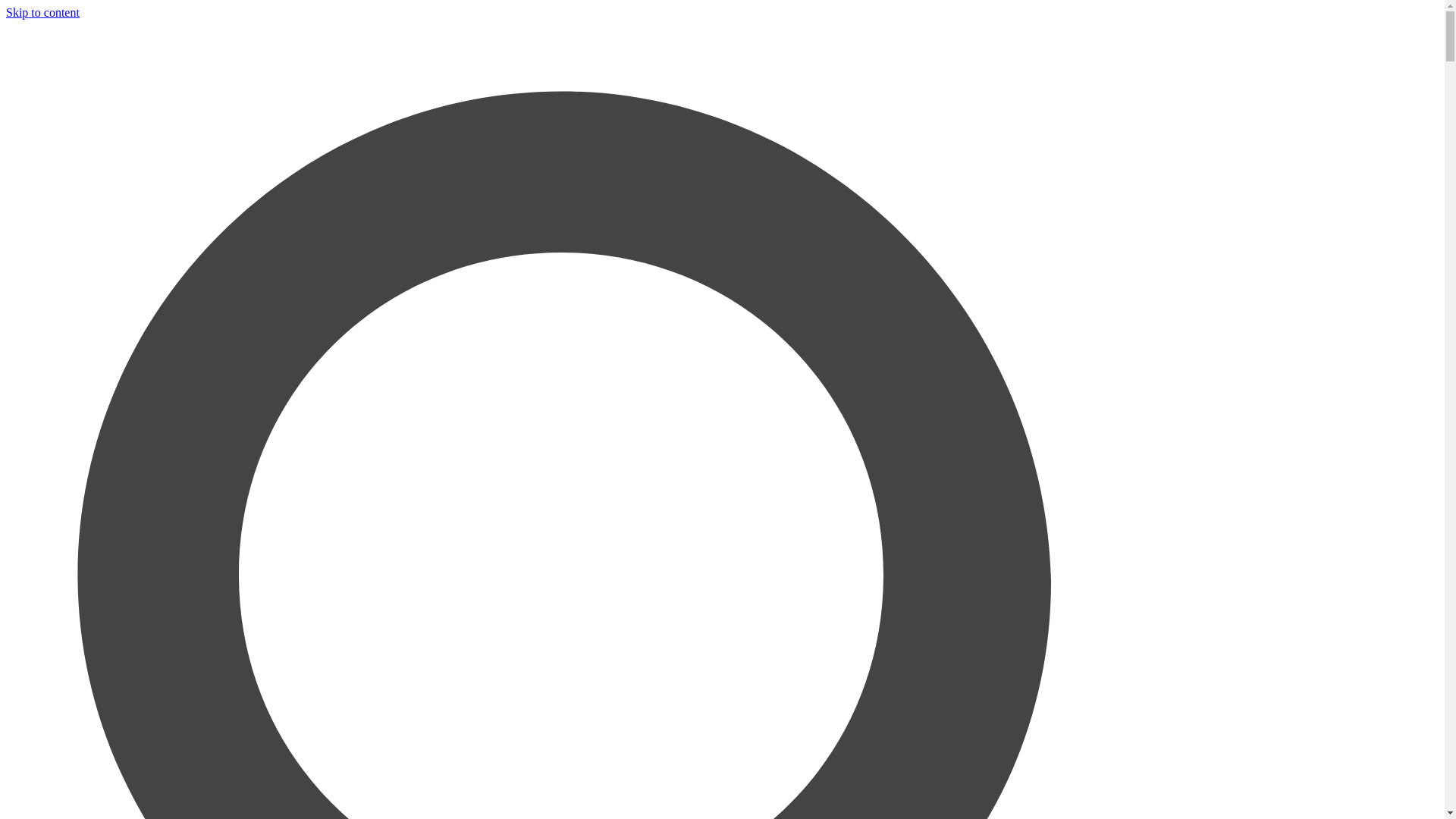 The image size is (1456, 819). Describe the element at coordinates (42, 12) in the screenshot. I see `'Skip to content'` at that location.